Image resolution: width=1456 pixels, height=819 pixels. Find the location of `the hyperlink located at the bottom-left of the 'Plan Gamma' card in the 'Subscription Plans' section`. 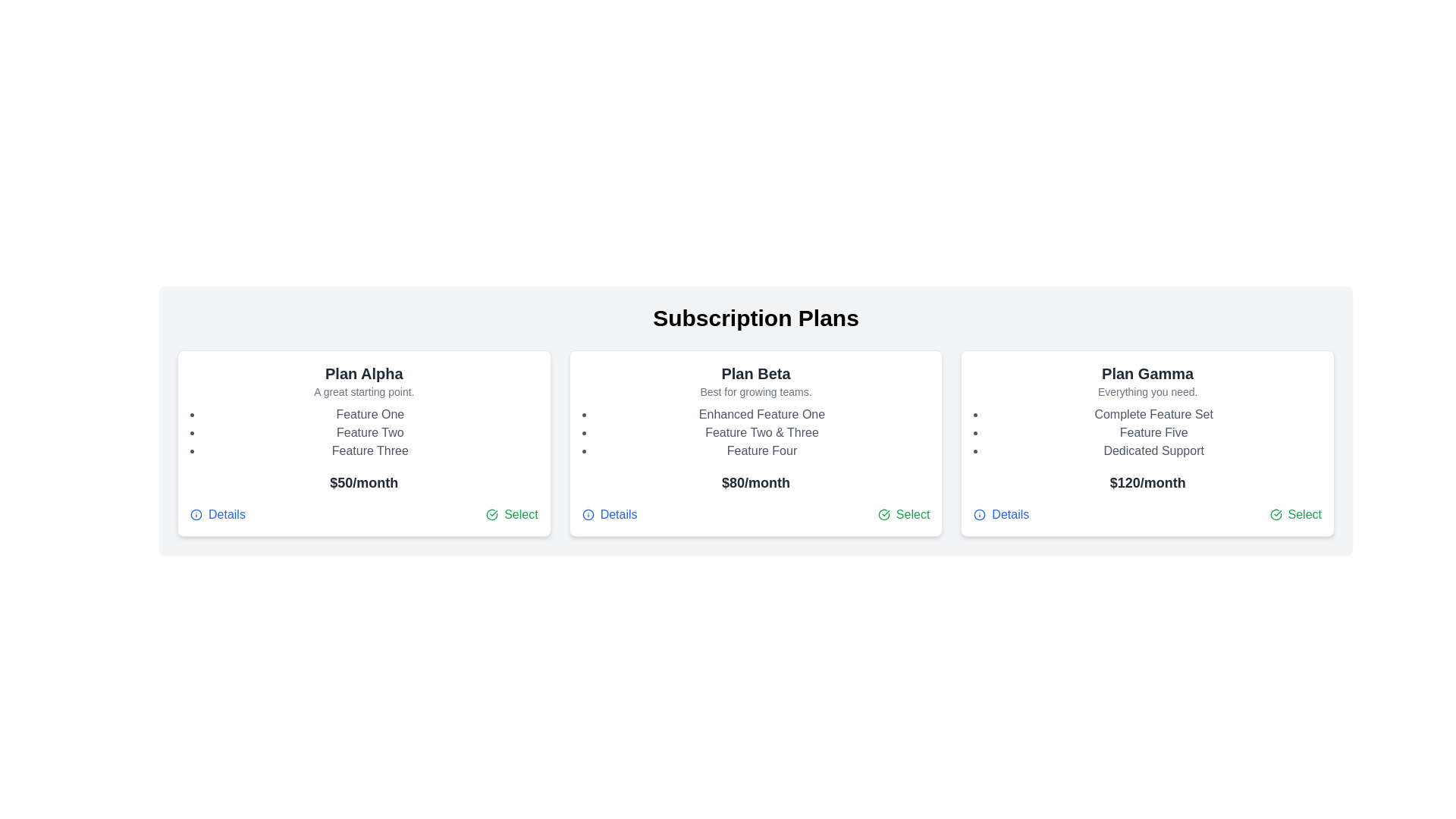

the hyperlink located at the bottom-left of the 'Plan Gamma' card in the 'Subscription Plans' section is located at coordinates (1001, 513).